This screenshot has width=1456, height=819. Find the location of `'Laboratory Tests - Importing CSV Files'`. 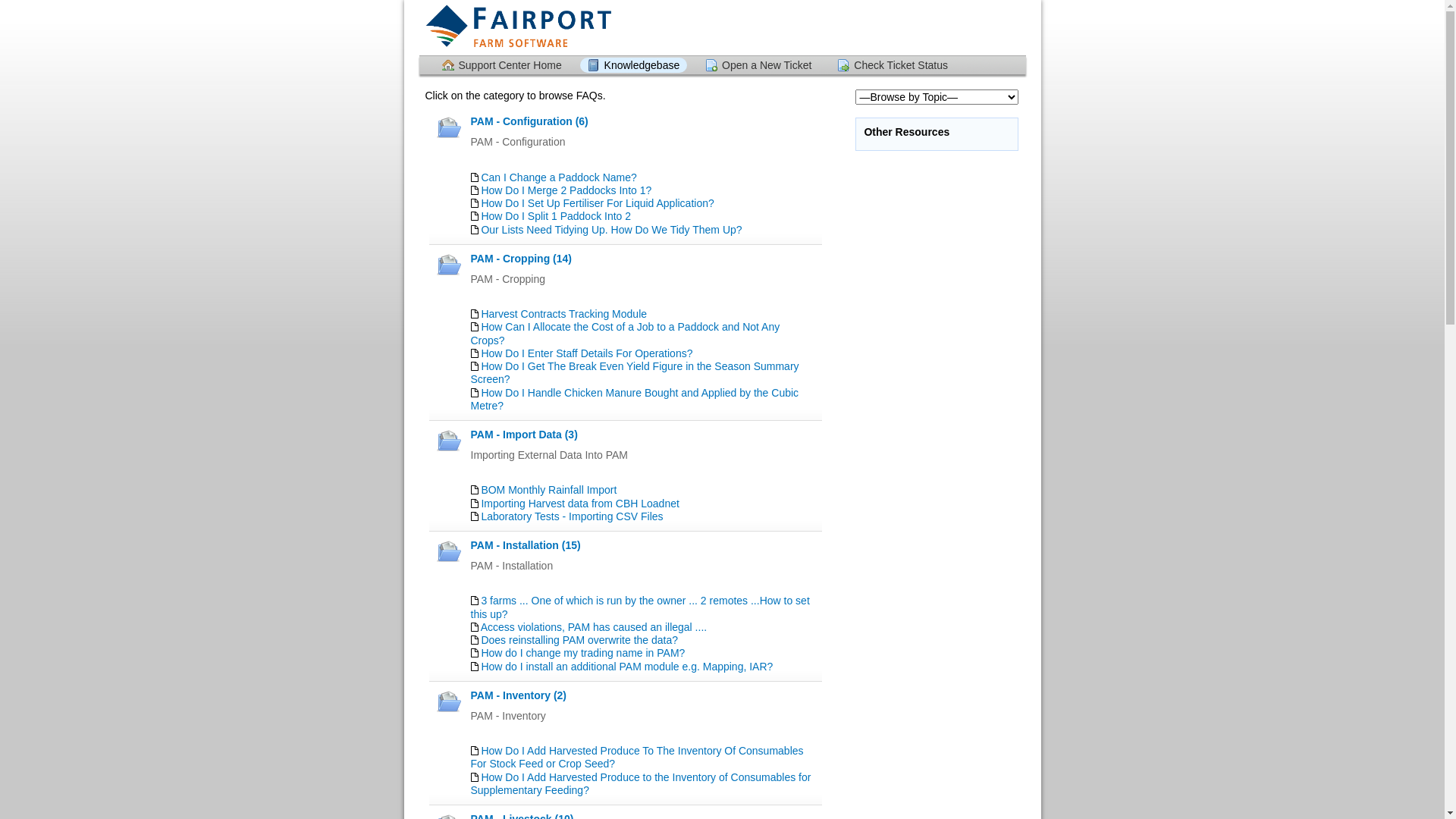

'Laboratory Tests - Importing CSV Files' is located at coordinates (570, 516).